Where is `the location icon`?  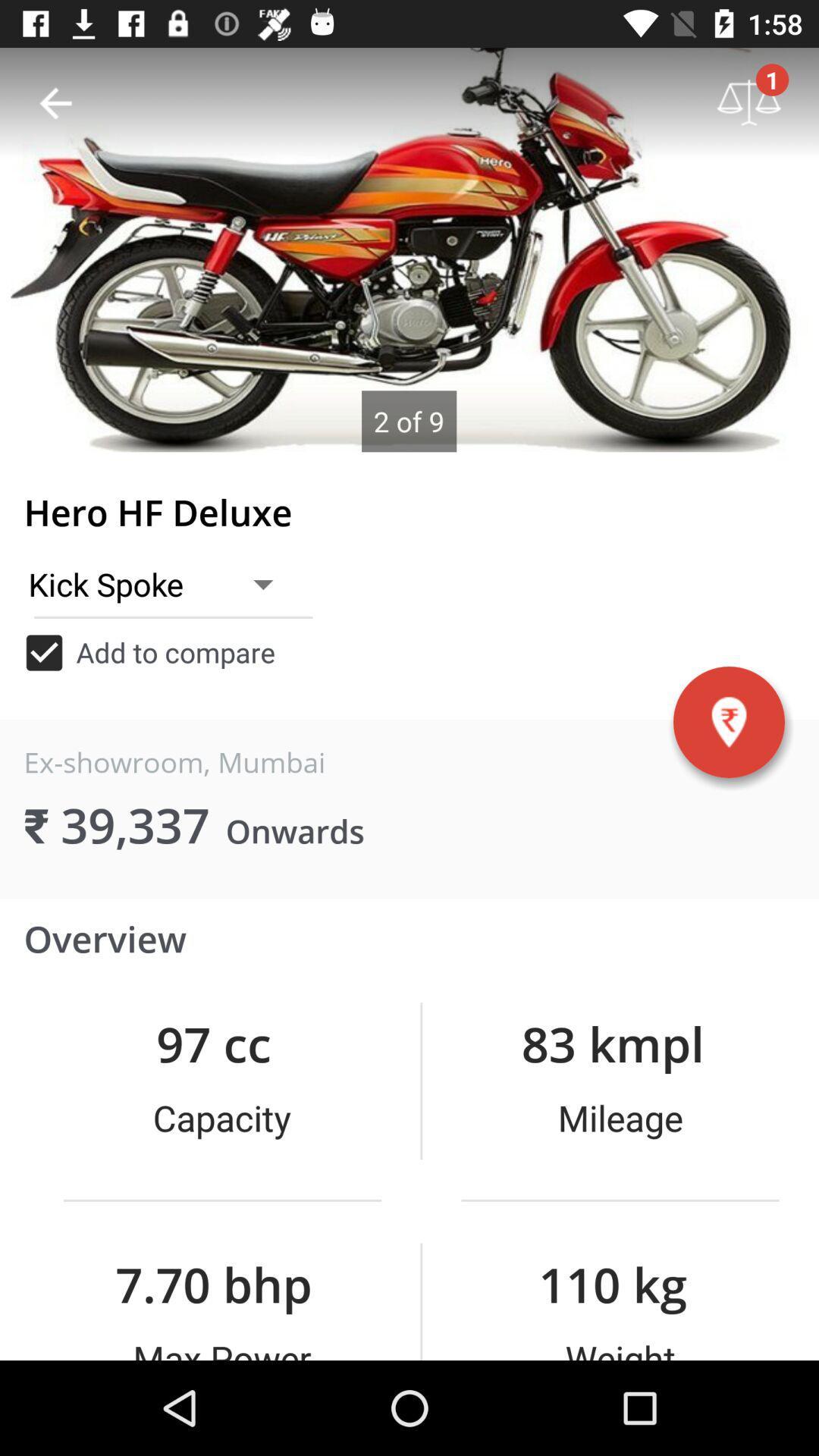
the location icon is located at coordinates (728, 721).